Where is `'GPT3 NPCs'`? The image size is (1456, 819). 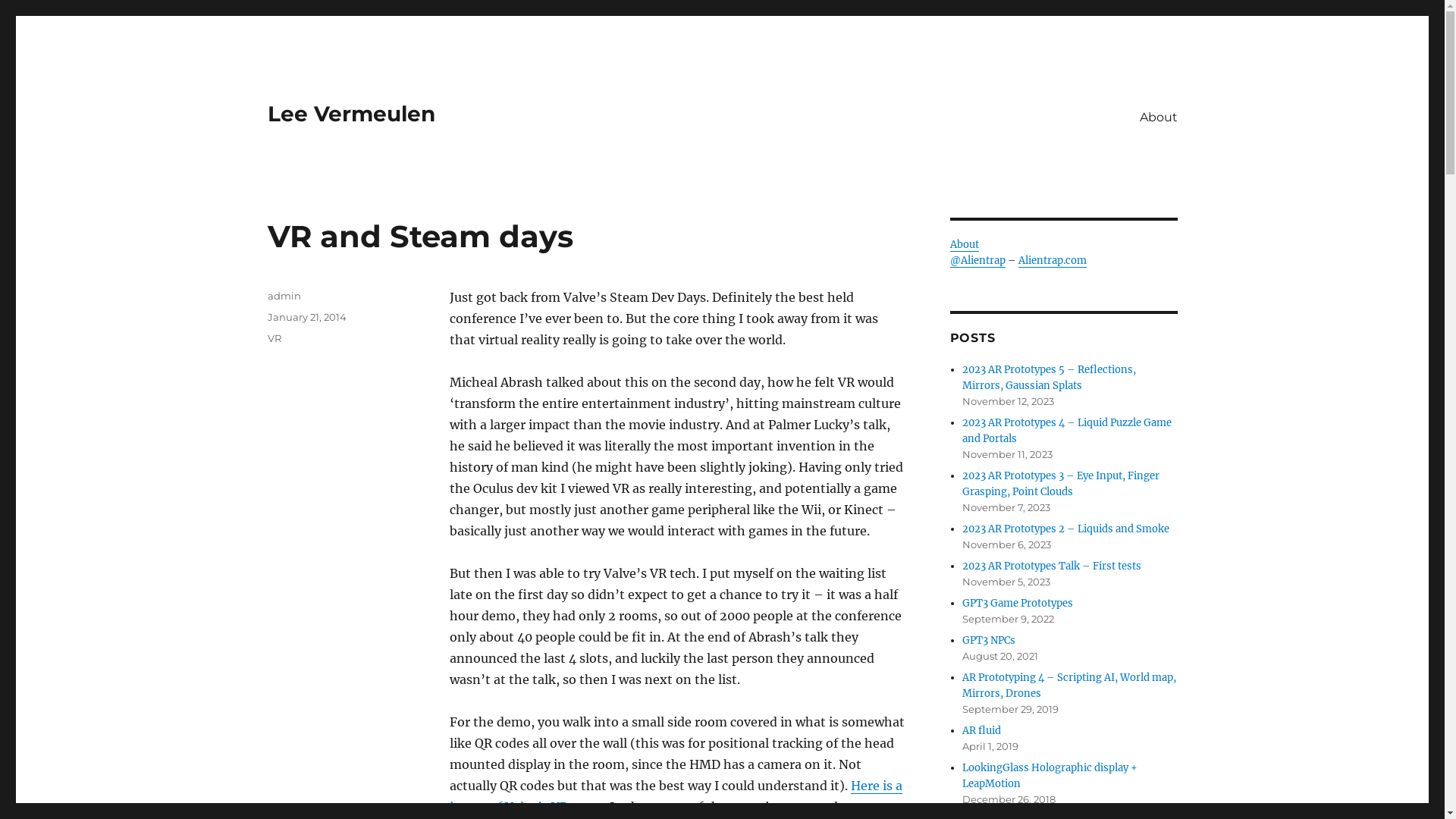
'GPT3 NPCs' is located at coordinates (989, 640).